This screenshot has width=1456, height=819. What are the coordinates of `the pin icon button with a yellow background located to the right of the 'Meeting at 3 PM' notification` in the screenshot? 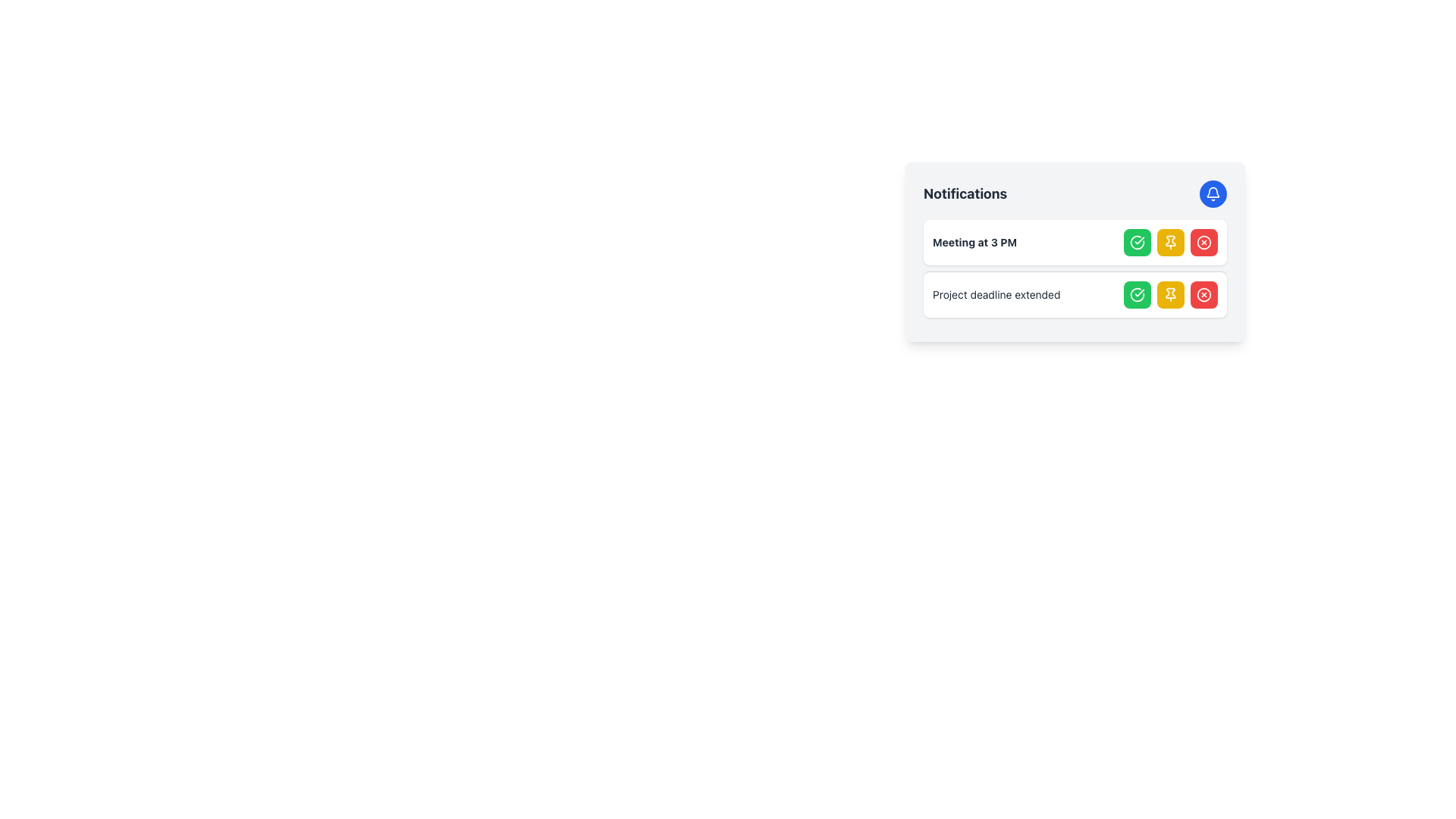 It's located at (1170, 295).